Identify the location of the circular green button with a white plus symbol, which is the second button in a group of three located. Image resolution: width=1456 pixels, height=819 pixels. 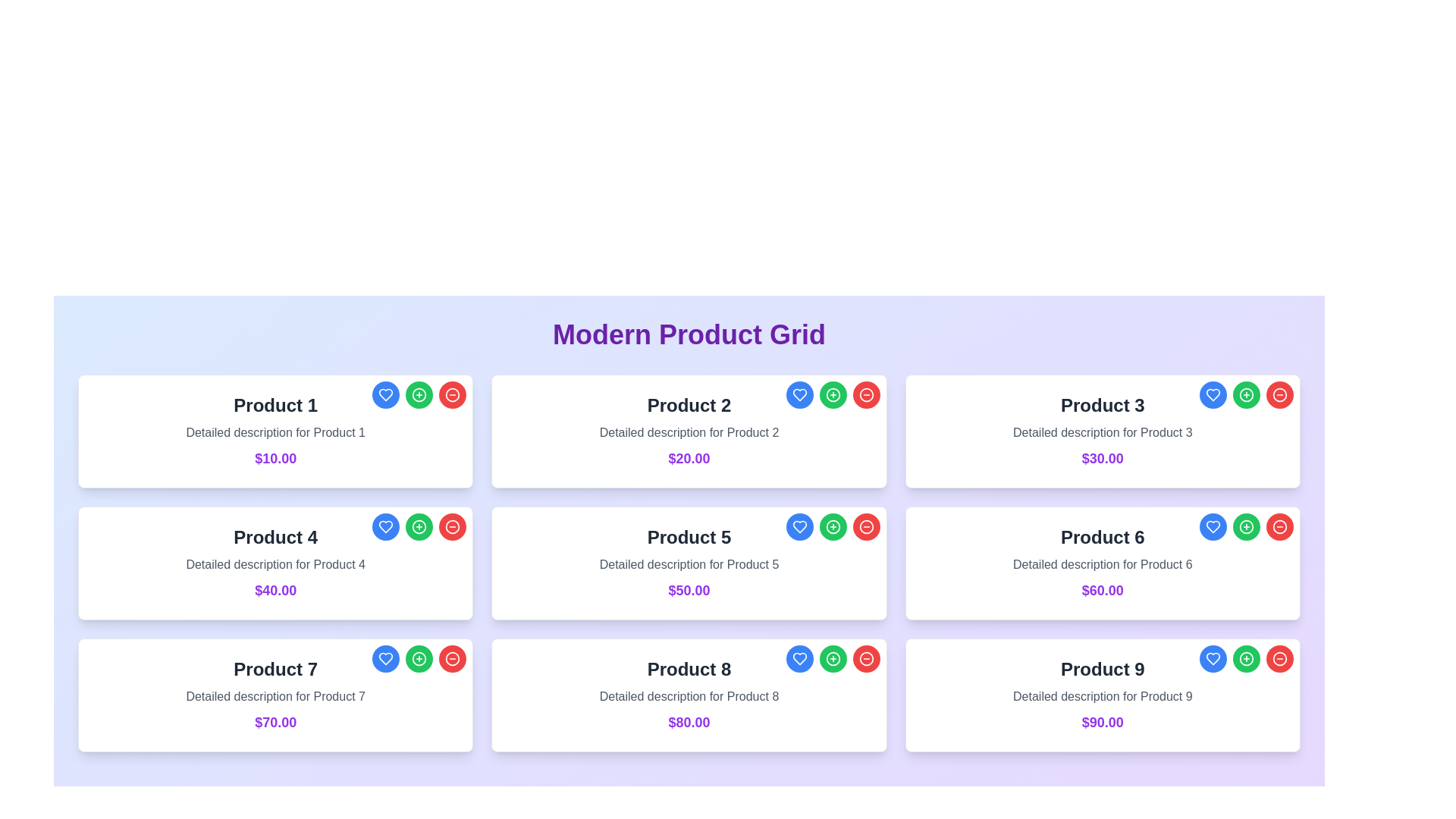
(419, 657).